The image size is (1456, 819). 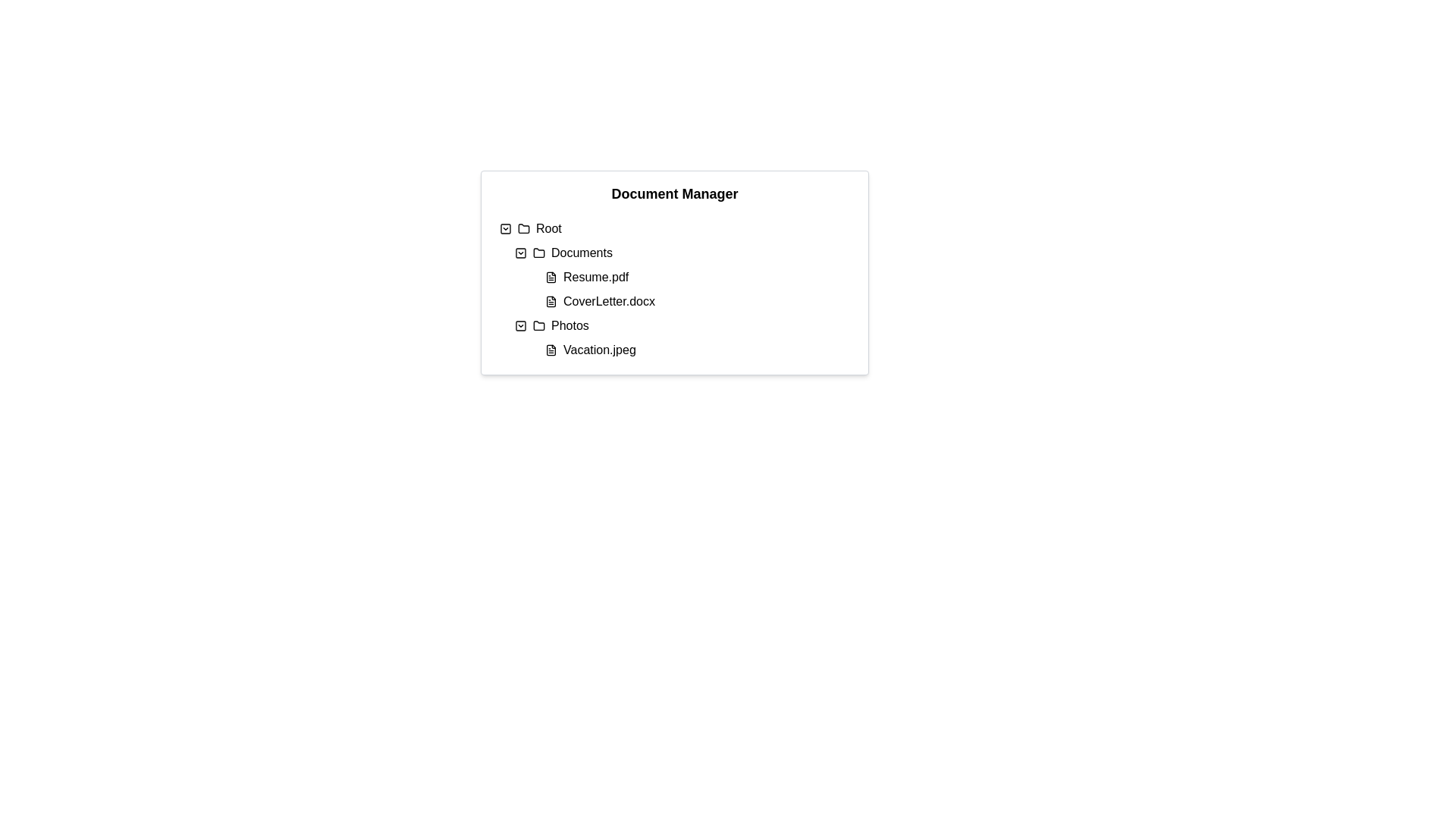 What do you see at coordinates (682, 278) in the screenshot?
I see `the file entry labeled 'Resume.pdf'` at bounding box center [682, 278].